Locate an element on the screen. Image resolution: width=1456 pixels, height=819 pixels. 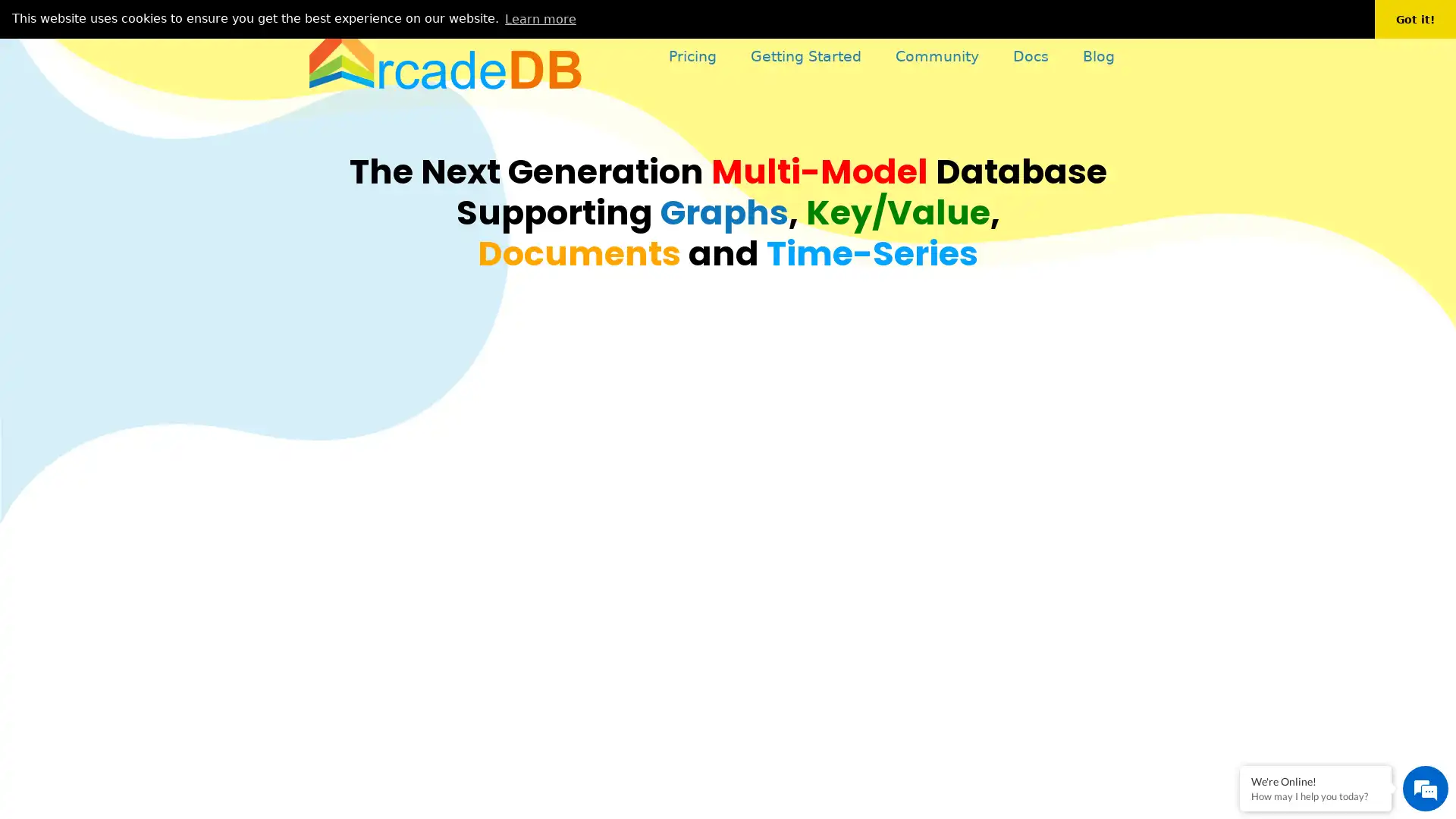
learn more about cookies is located at coordinates (541, 18).